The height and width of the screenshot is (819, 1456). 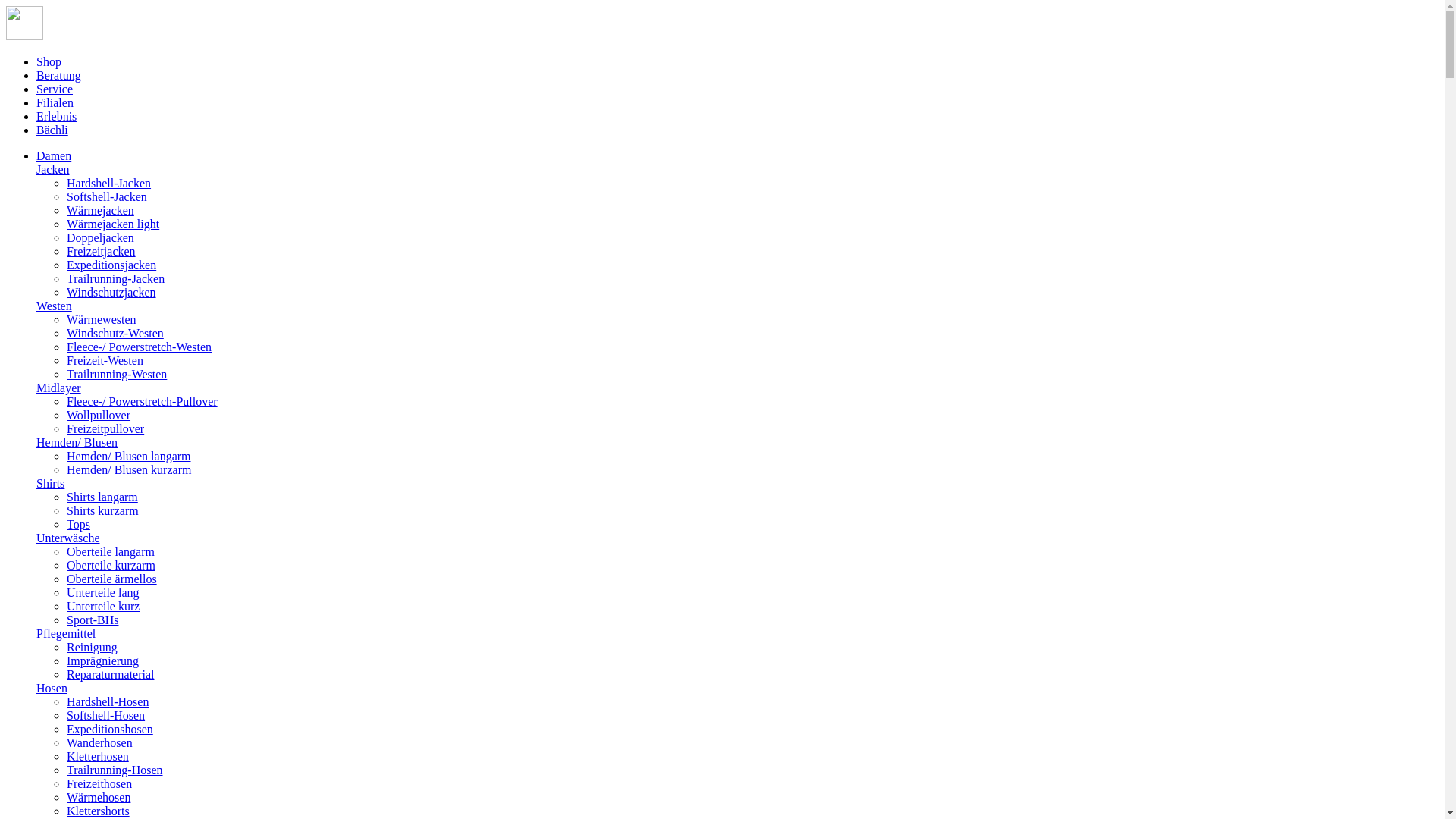 What do you see at coordinates (65, 551) in the screenshot?
I see `'Oberteile langarm'` at bounding box center [65, 551].